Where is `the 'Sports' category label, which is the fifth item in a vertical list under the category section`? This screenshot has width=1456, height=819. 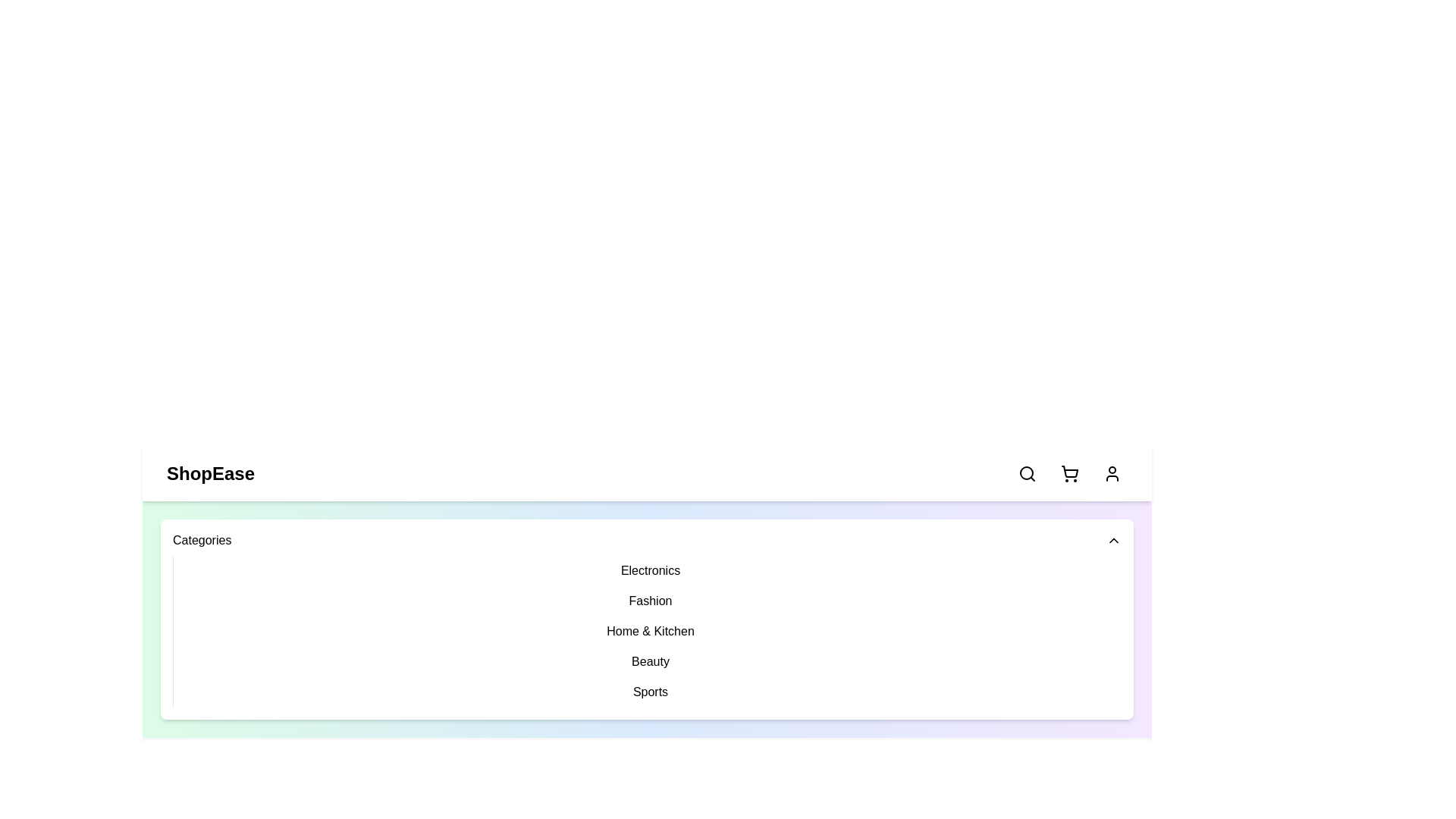 the 'Sports' category label, which is the fifth item in a vertical list under the category section is located at coordinates (651, 692).